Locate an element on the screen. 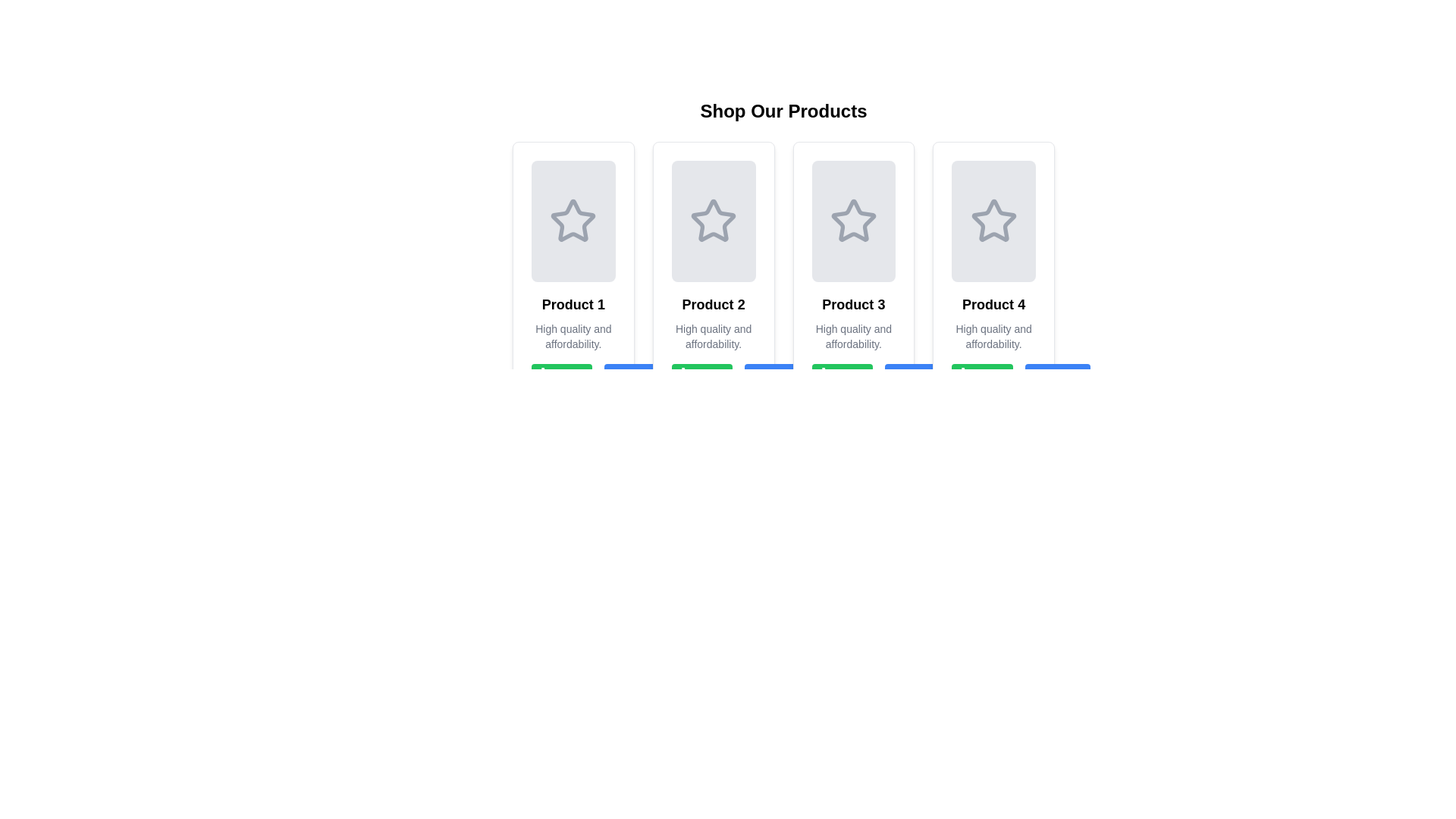 This screenshot has width=1456, height=819. the eye icon located to the left of the text 'View' within the button in the bottom section of the first product card is located at coordinates (623, 375).